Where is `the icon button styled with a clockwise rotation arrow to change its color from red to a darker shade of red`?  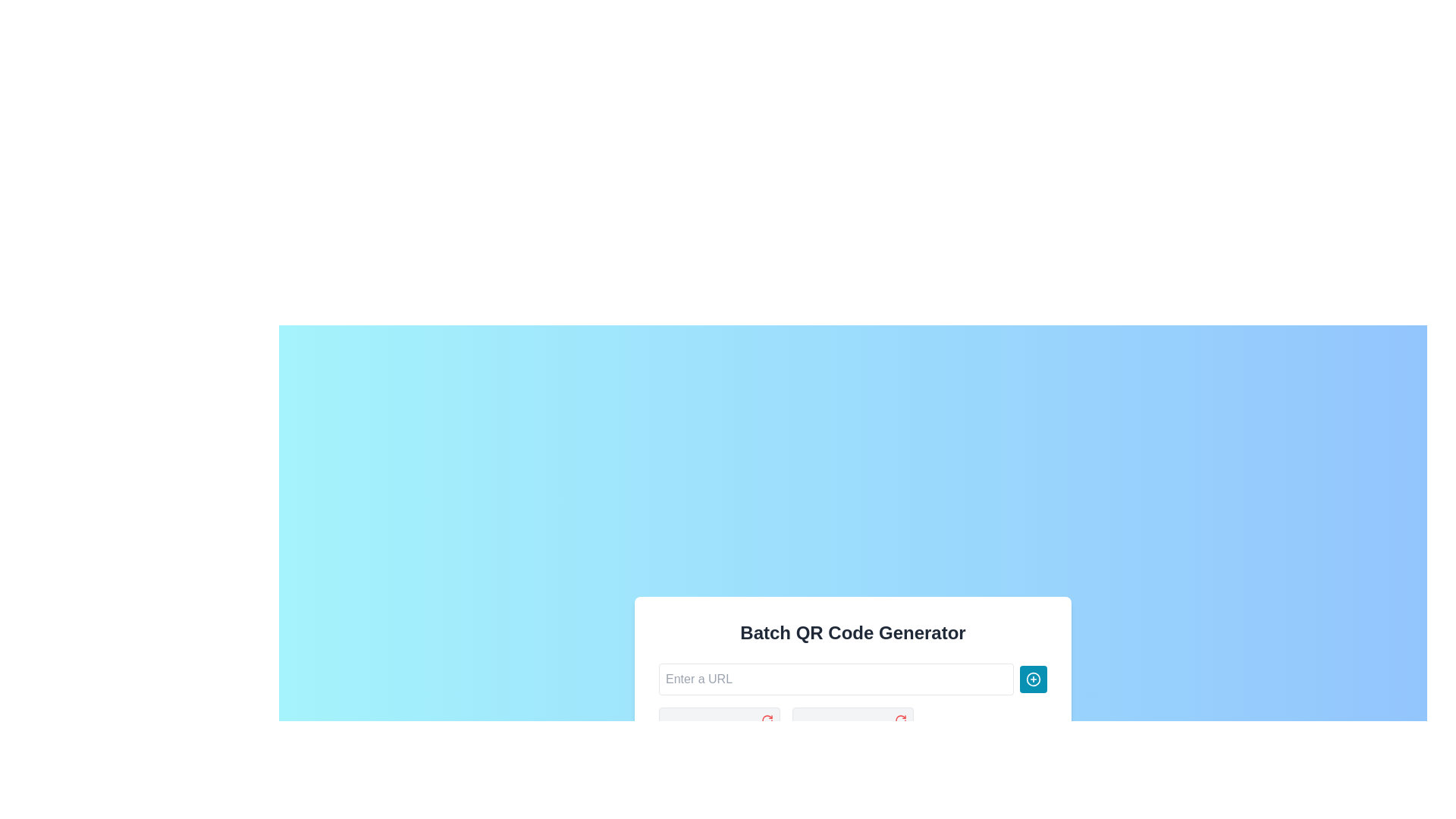 the icon button styled with a clockwise rotation arrow to change its color from red to a darker shade of red is located at coordinates (767, 719).